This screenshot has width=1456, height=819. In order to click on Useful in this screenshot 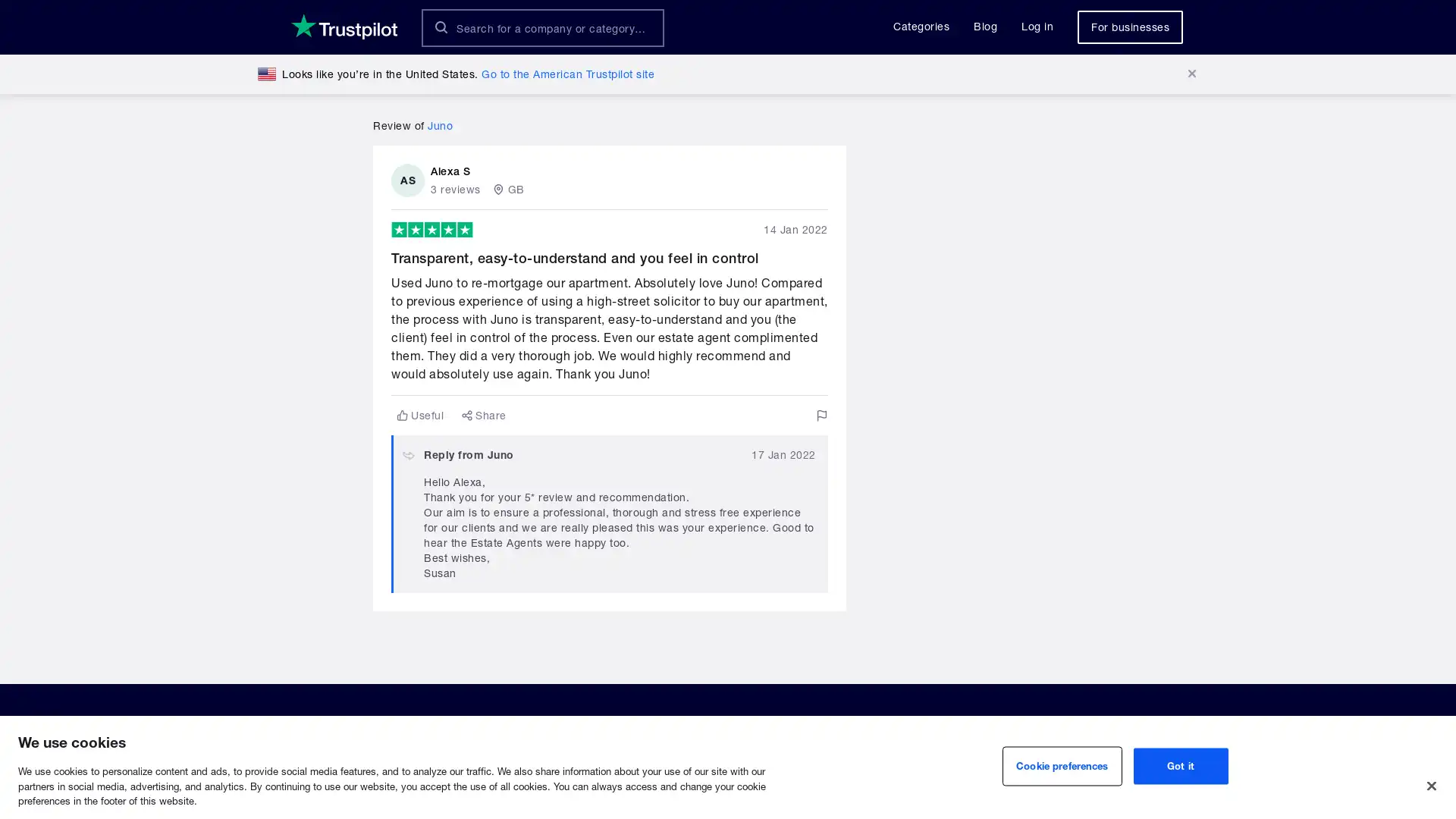, I will do `click(420, 415)`.